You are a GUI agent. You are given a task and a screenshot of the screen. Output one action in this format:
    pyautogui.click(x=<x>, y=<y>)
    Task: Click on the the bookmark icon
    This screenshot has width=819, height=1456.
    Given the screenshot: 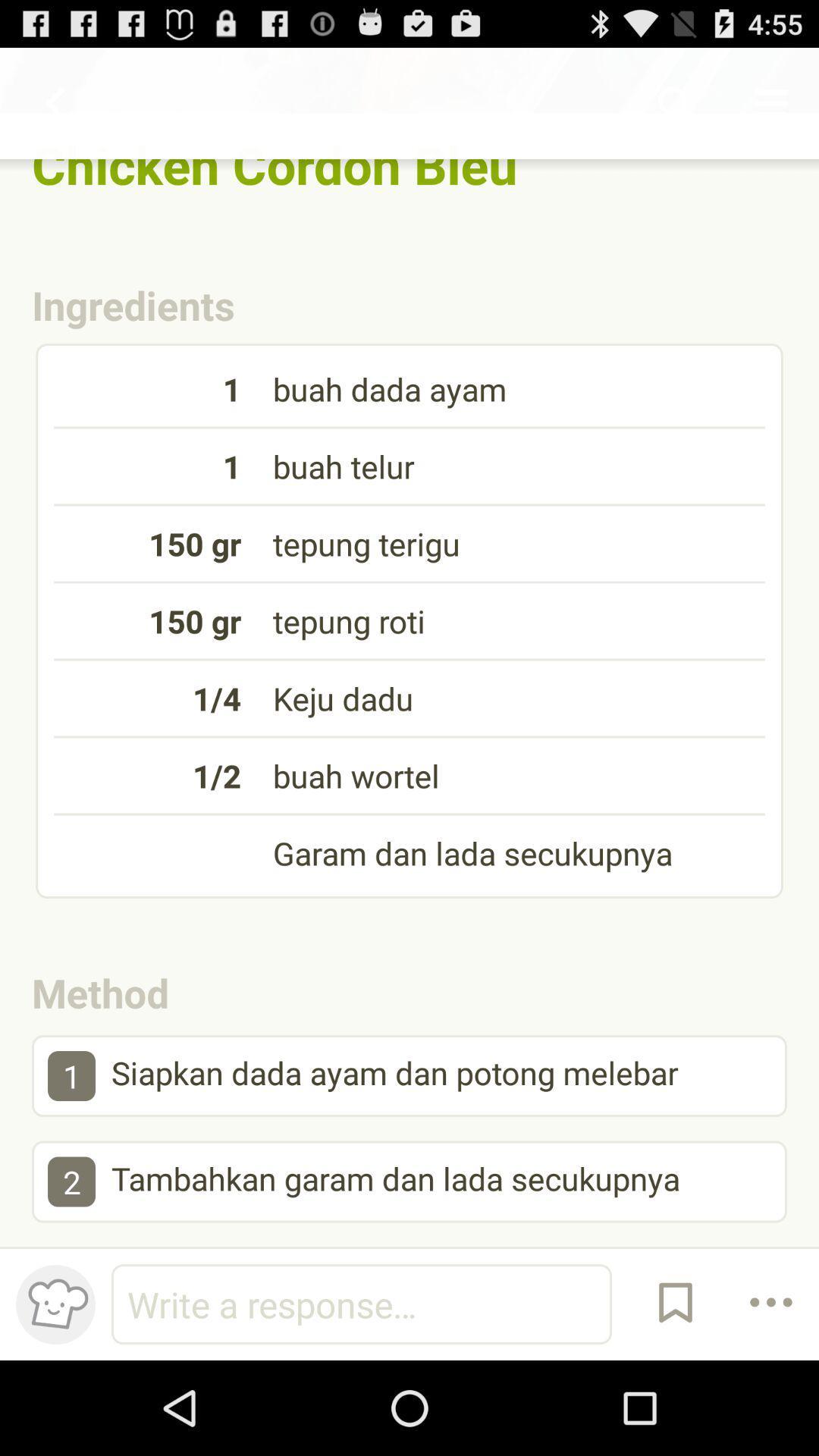 What is the action you would take?
    pyautogui.click(x=675, y=1395)
    